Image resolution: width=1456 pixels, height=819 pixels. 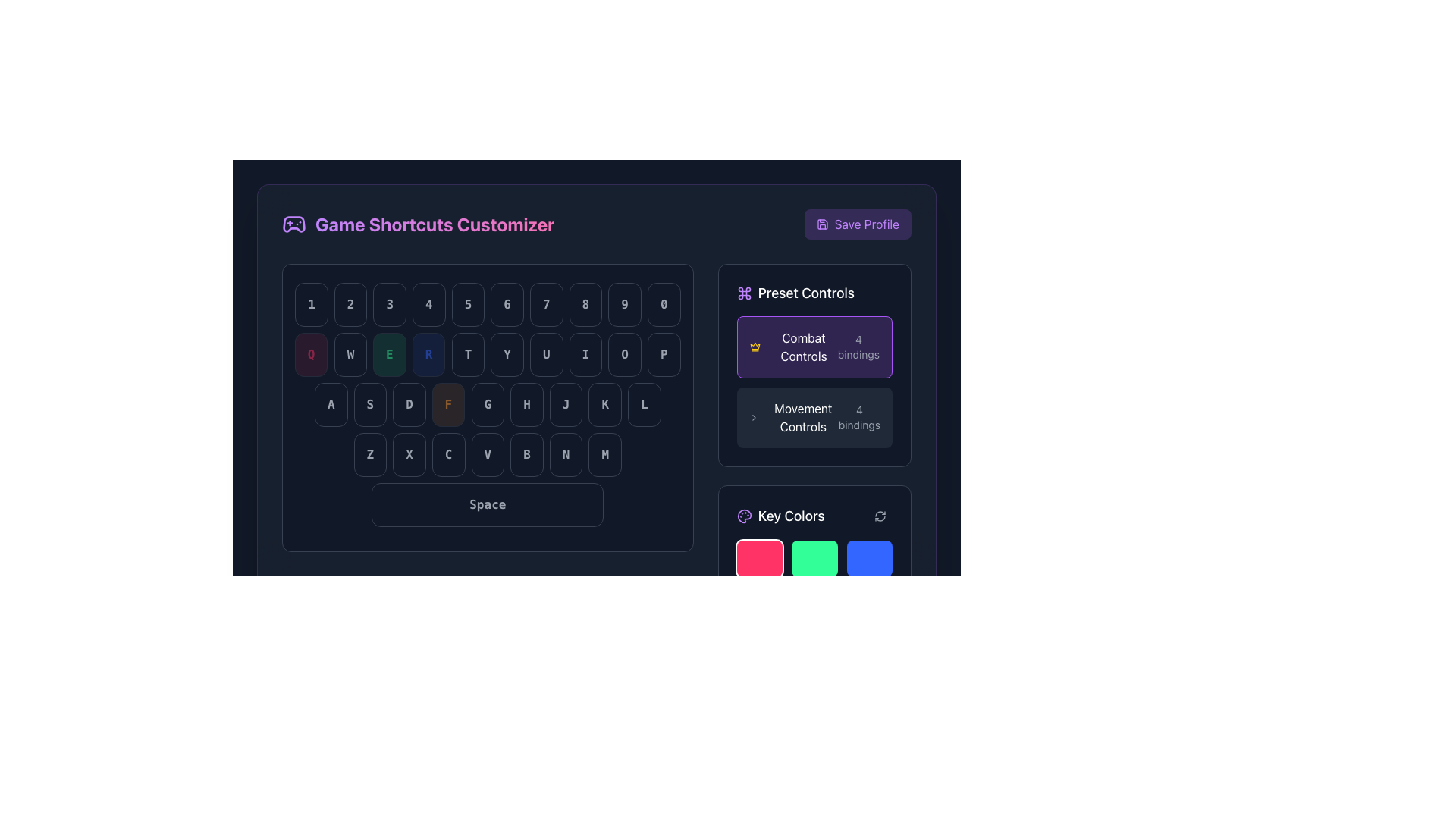 I want to click on the text label that displays the number of bindings associated with 'Combat Controls', located within the 'Combat Controls' card of the 'Preset Controls' section, to the right of the title 'Combat Controls', so click(x=858, y=347).